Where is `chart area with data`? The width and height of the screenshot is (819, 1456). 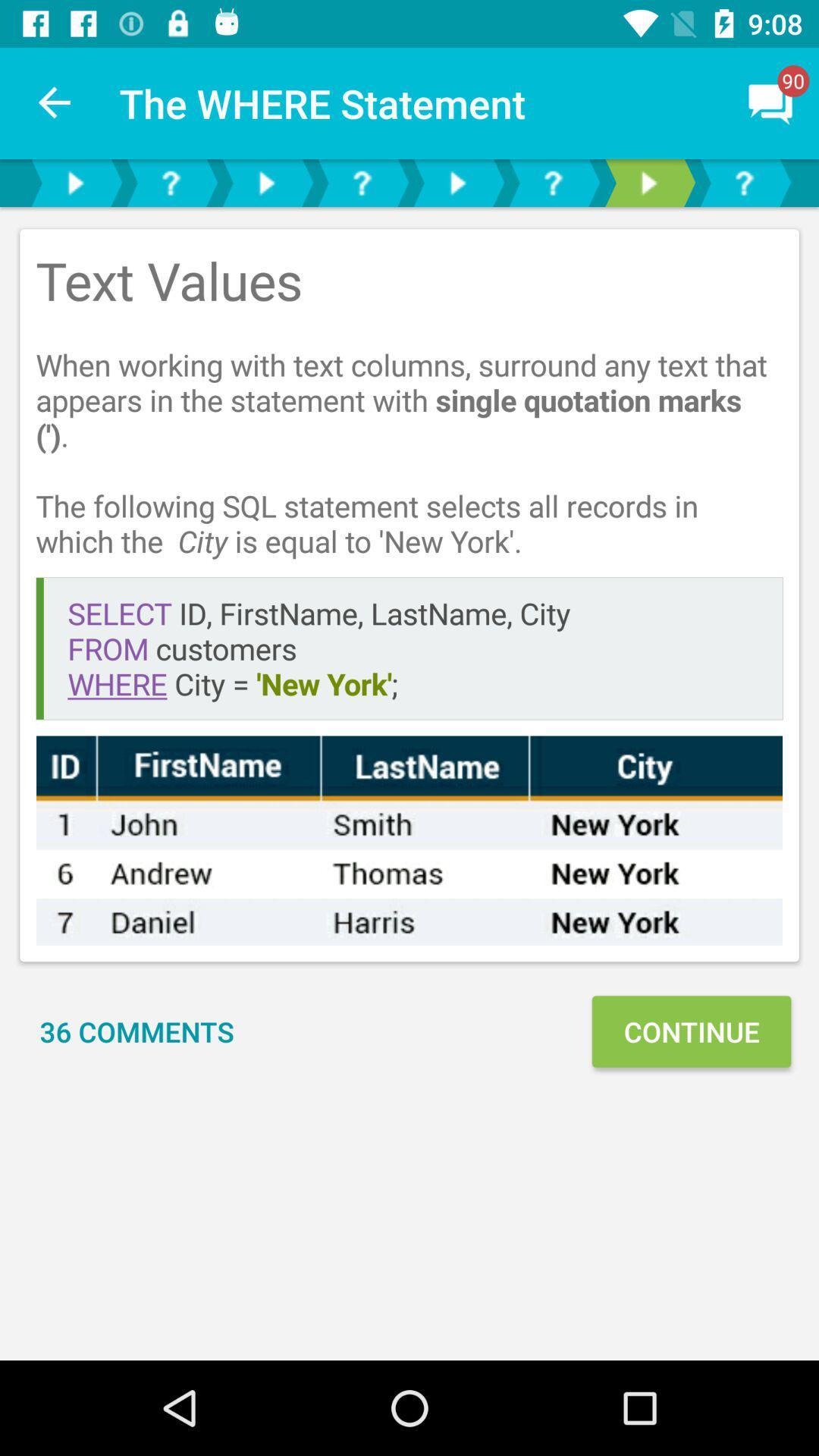
chart area with data is located at coordinates (409, 839).